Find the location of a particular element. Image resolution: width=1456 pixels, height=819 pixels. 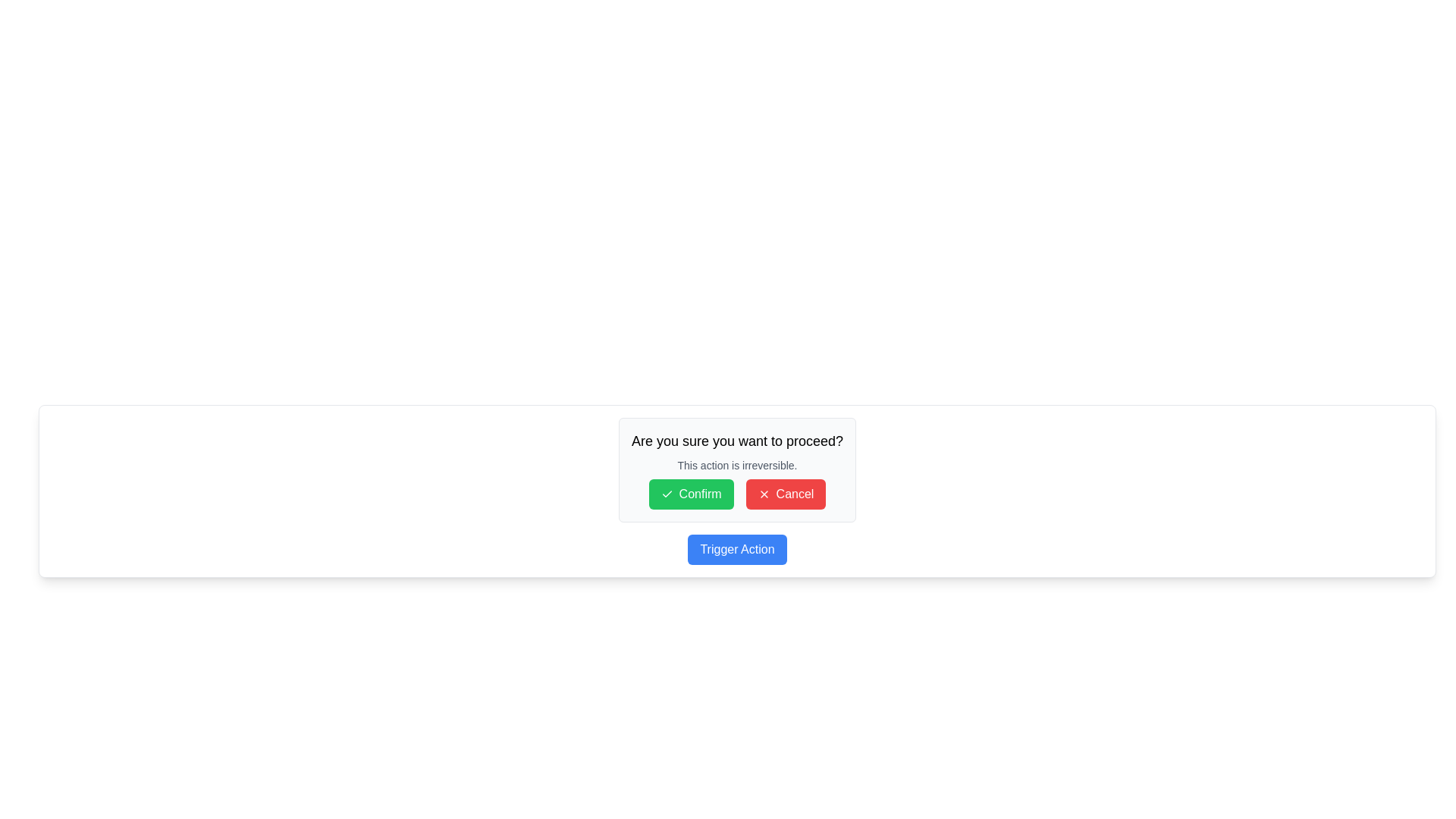

the 'Confirm' button located on the left side of the button group below the confirmation message is located at coordinates (690, 494).